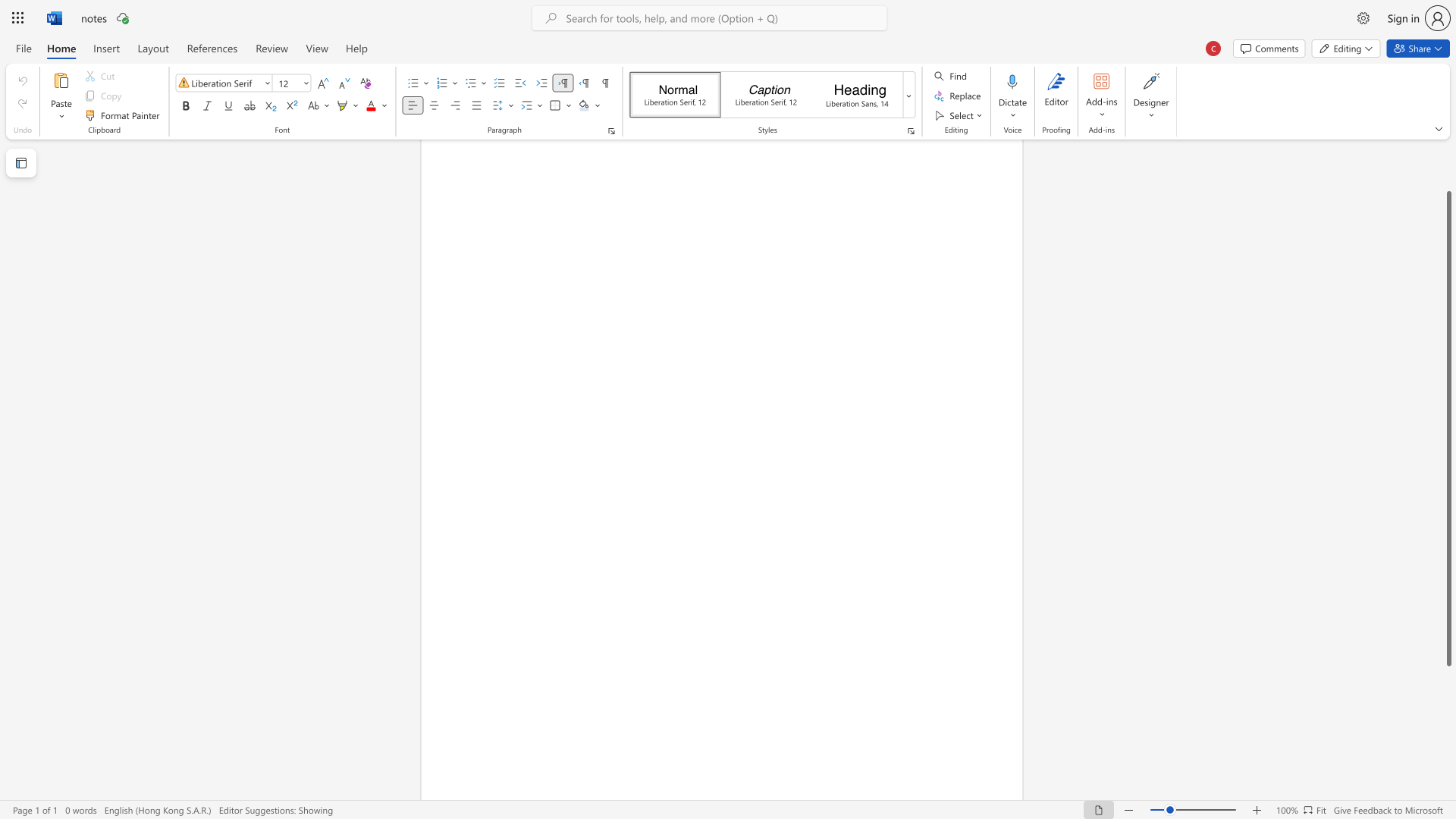 The width and height of the screenshot is (1456, 819). What do you see at coordinates (1448, 428) in the screenshot?
I see `the scrollbar and move down 80 pixels` at bounding box center [1448, 428].